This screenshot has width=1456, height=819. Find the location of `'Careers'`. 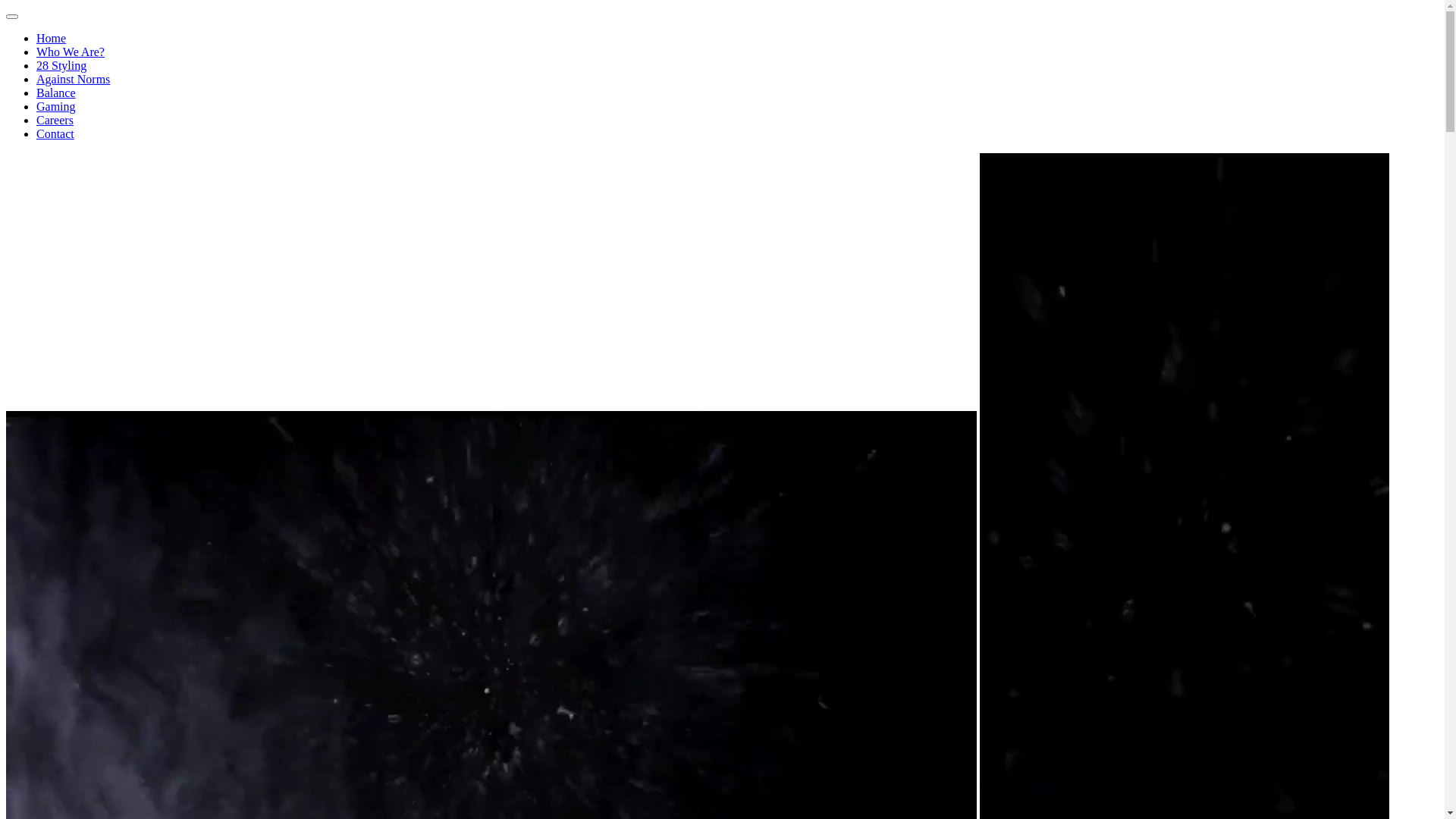

'Careers' is located at coordinates (55, 119).